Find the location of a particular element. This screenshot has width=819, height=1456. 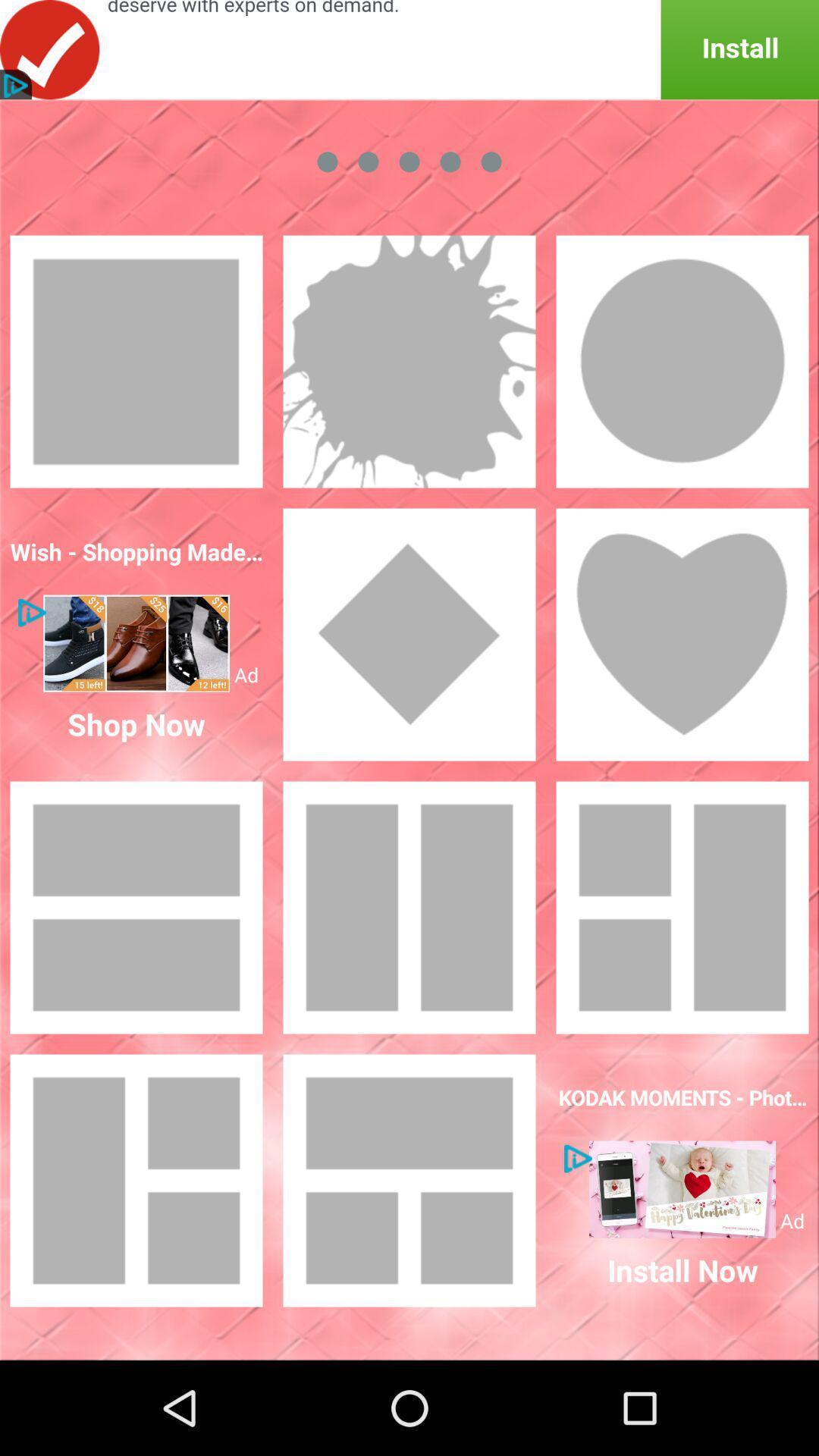

this item is located at coordinates (409, 1179).